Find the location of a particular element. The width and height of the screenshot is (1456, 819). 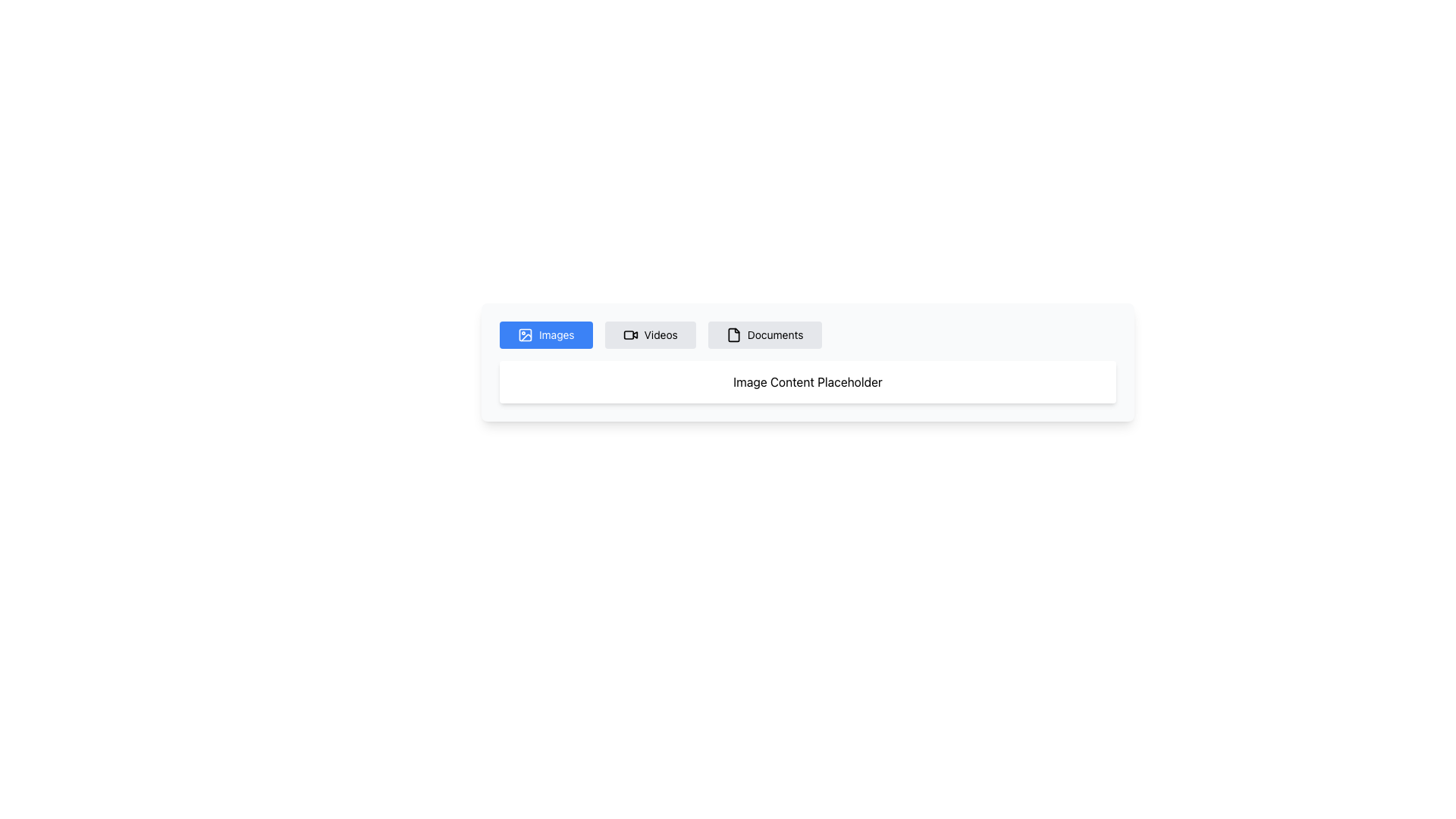

the 'Images' button label located in the upper left of the main content area, which is part of a button group and positioned to the right of an image icon is located at coordinates (556, 334).